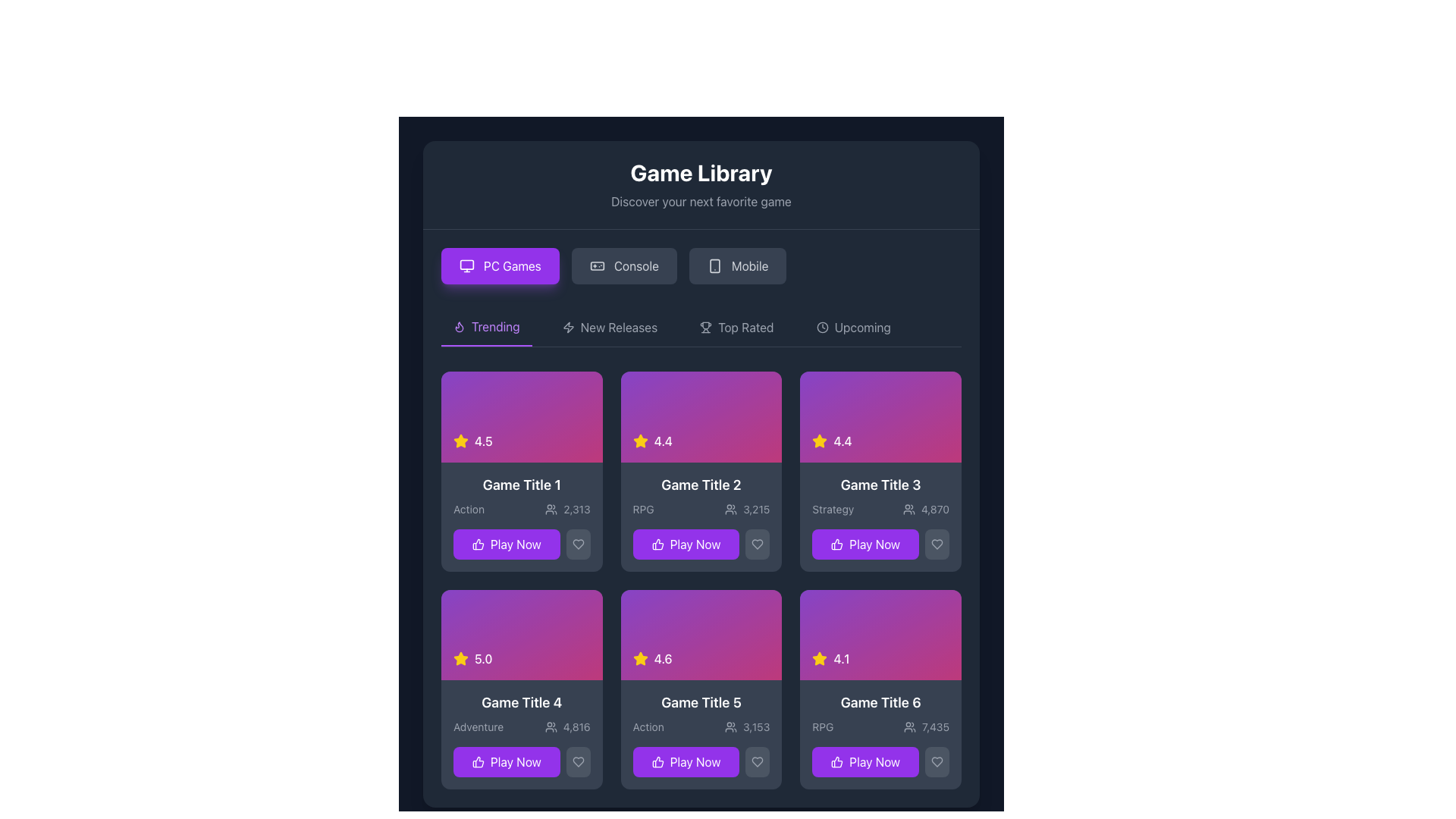 The height and width of the screenshot is (819, 1456). Describe the element at coordinates (566, 509) in the screenshot. I see `the icon and text label combination indicating the number of participants for 'Game Title 1' located at the lower part of the first card` at that location.